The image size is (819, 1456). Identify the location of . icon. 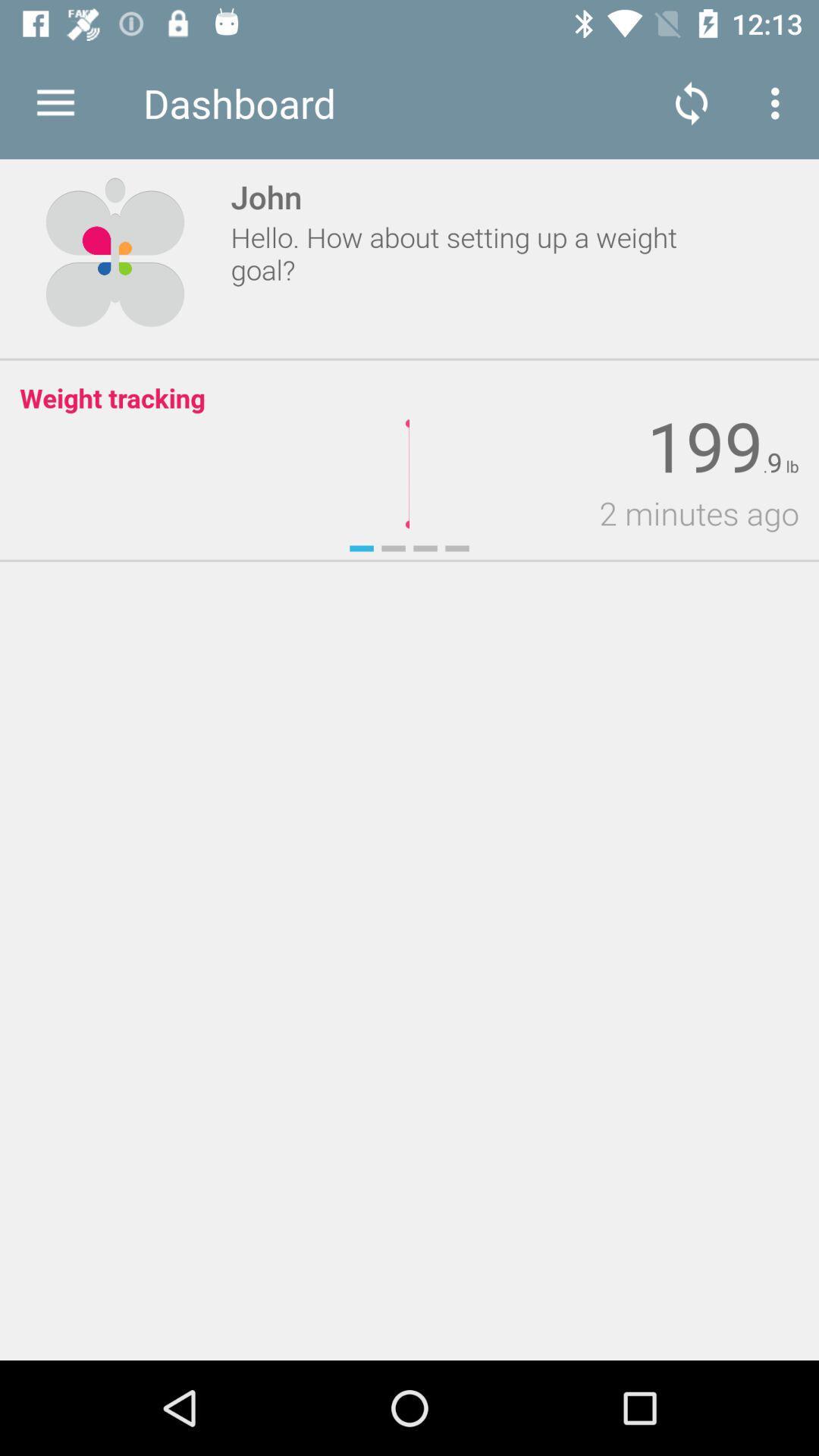
(765, 466).